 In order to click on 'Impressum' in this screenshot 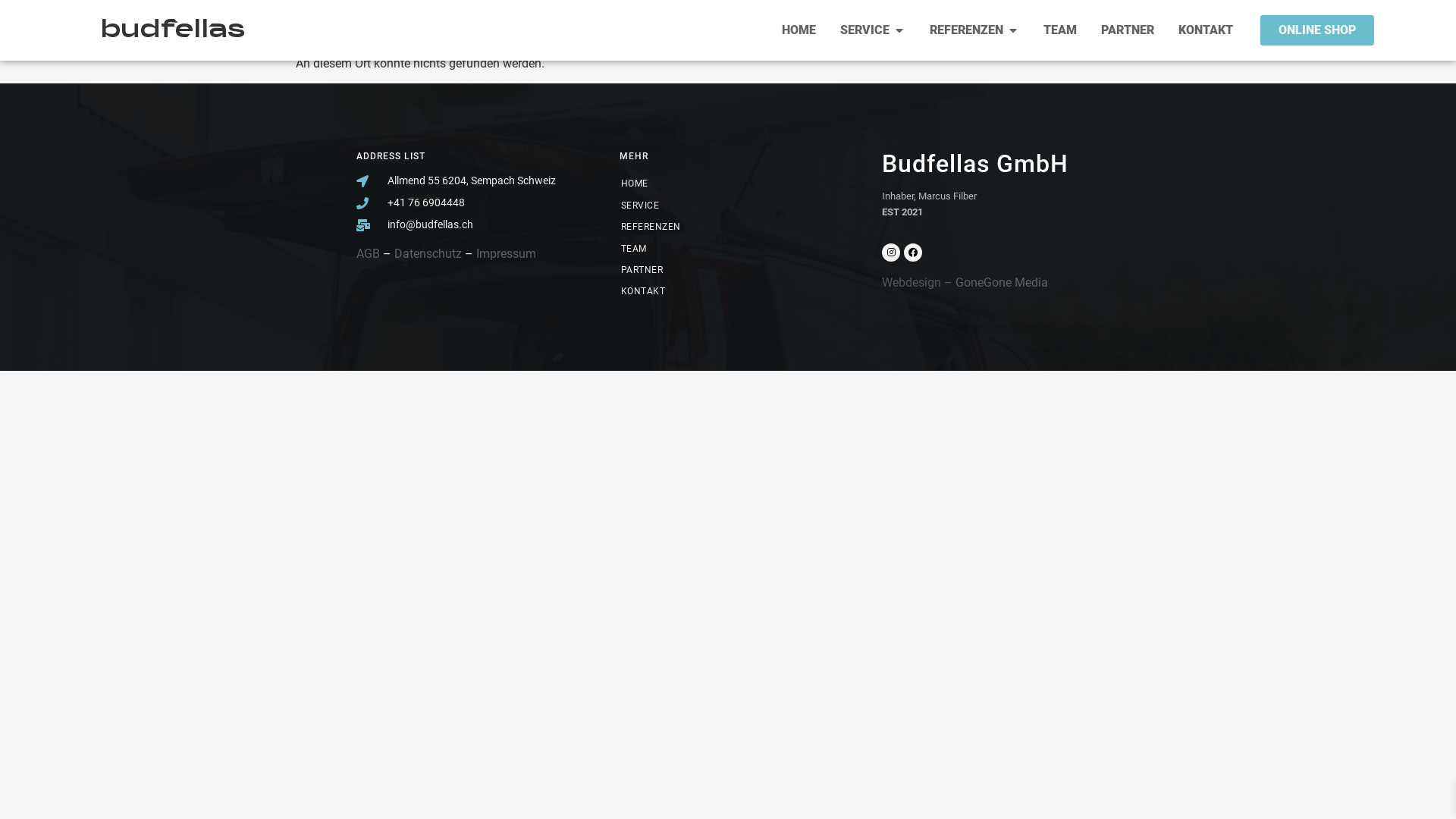, I will do `click(506, 253)`.